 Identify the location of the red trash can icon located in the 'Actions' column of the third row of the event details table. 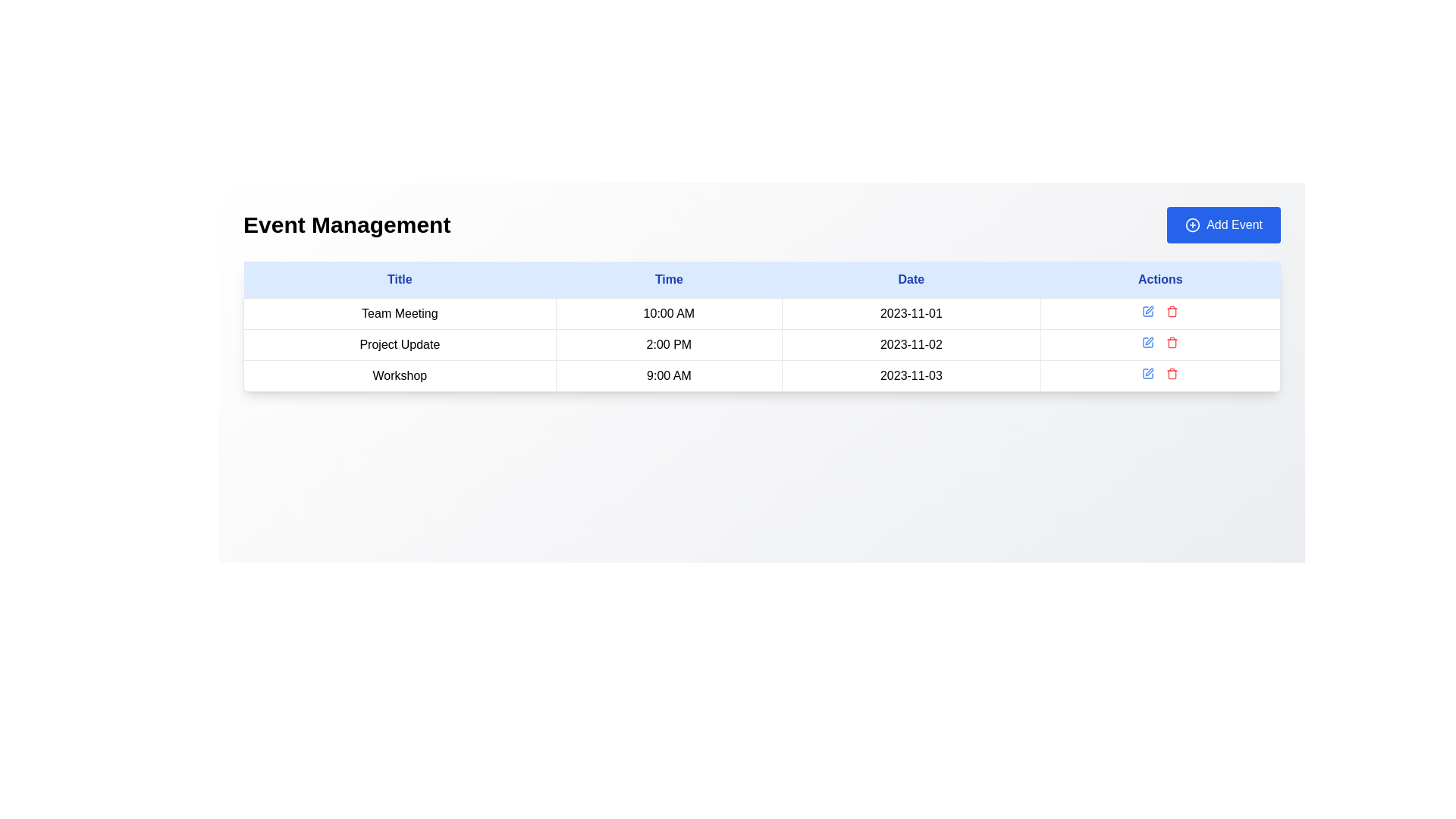
(1172, 374).